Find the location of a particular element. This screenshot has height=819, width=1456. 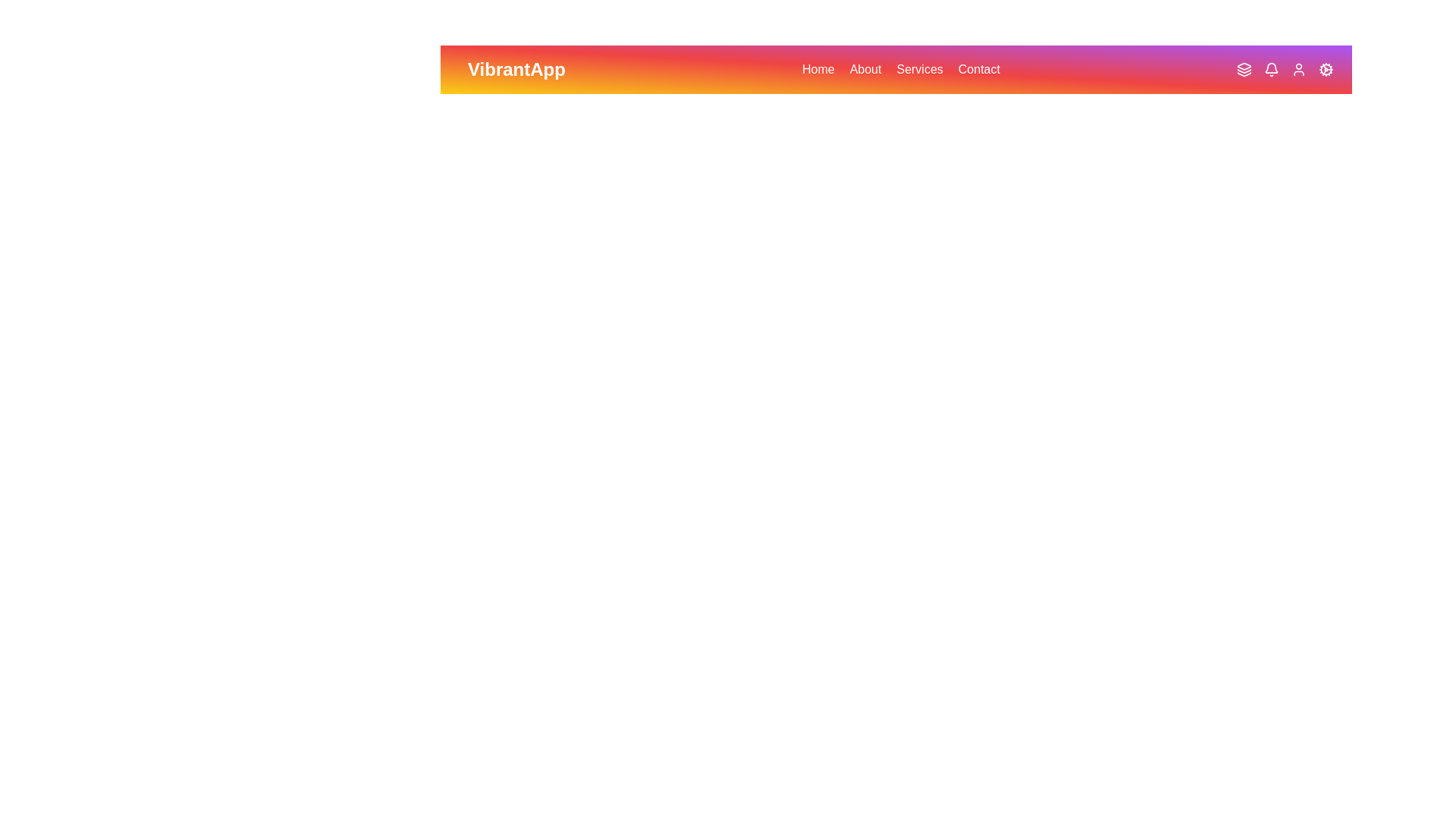

the link labeled About to trigger its hover effect is located at coordinates (865, 70).